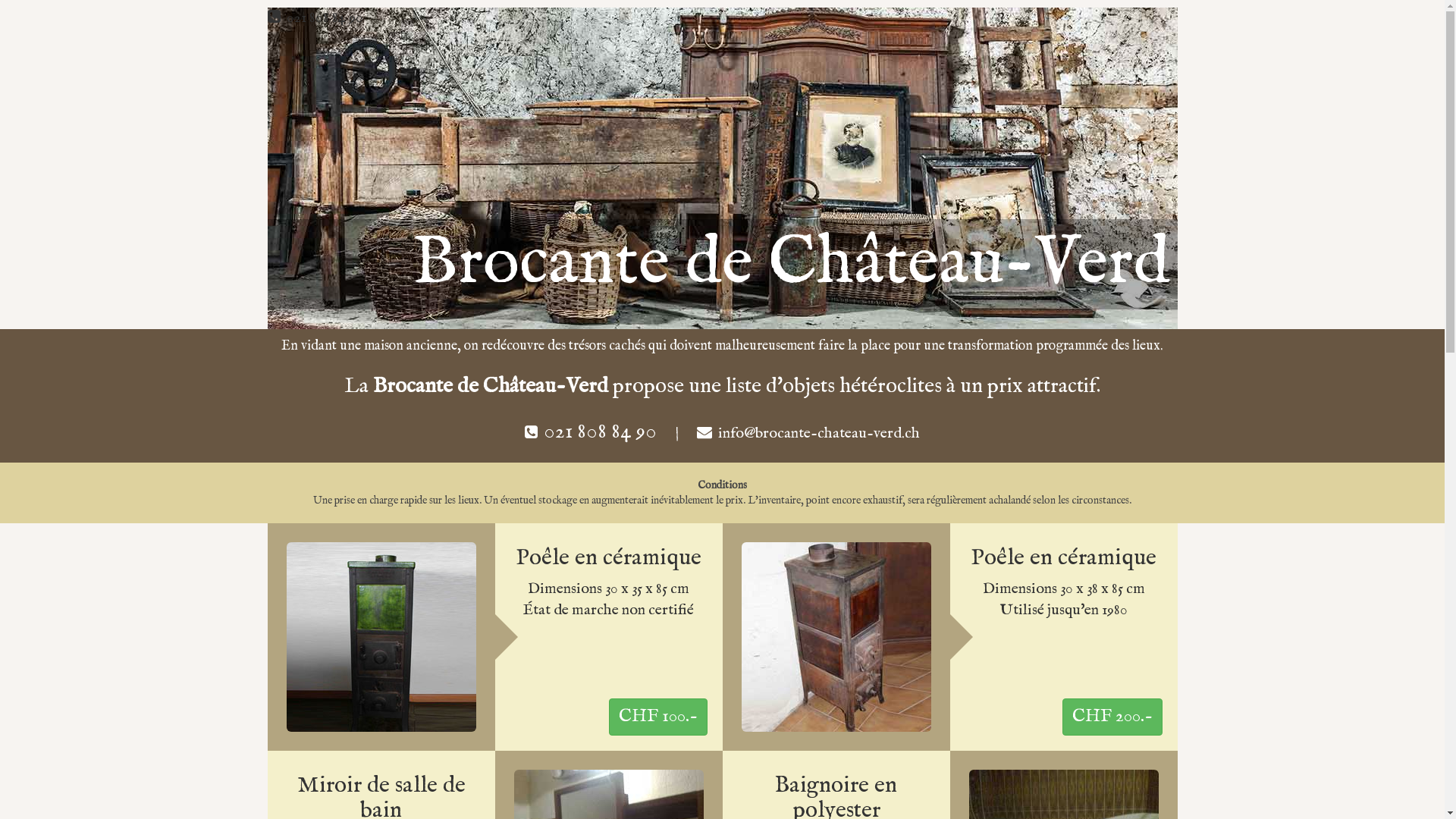 This screenshot has height=819, width=1456. What do you see at coordinates (818, 433) in the screenshot?
I see `'info@brocante-chateau-verd.ch'` at bounding box center [818, 433].